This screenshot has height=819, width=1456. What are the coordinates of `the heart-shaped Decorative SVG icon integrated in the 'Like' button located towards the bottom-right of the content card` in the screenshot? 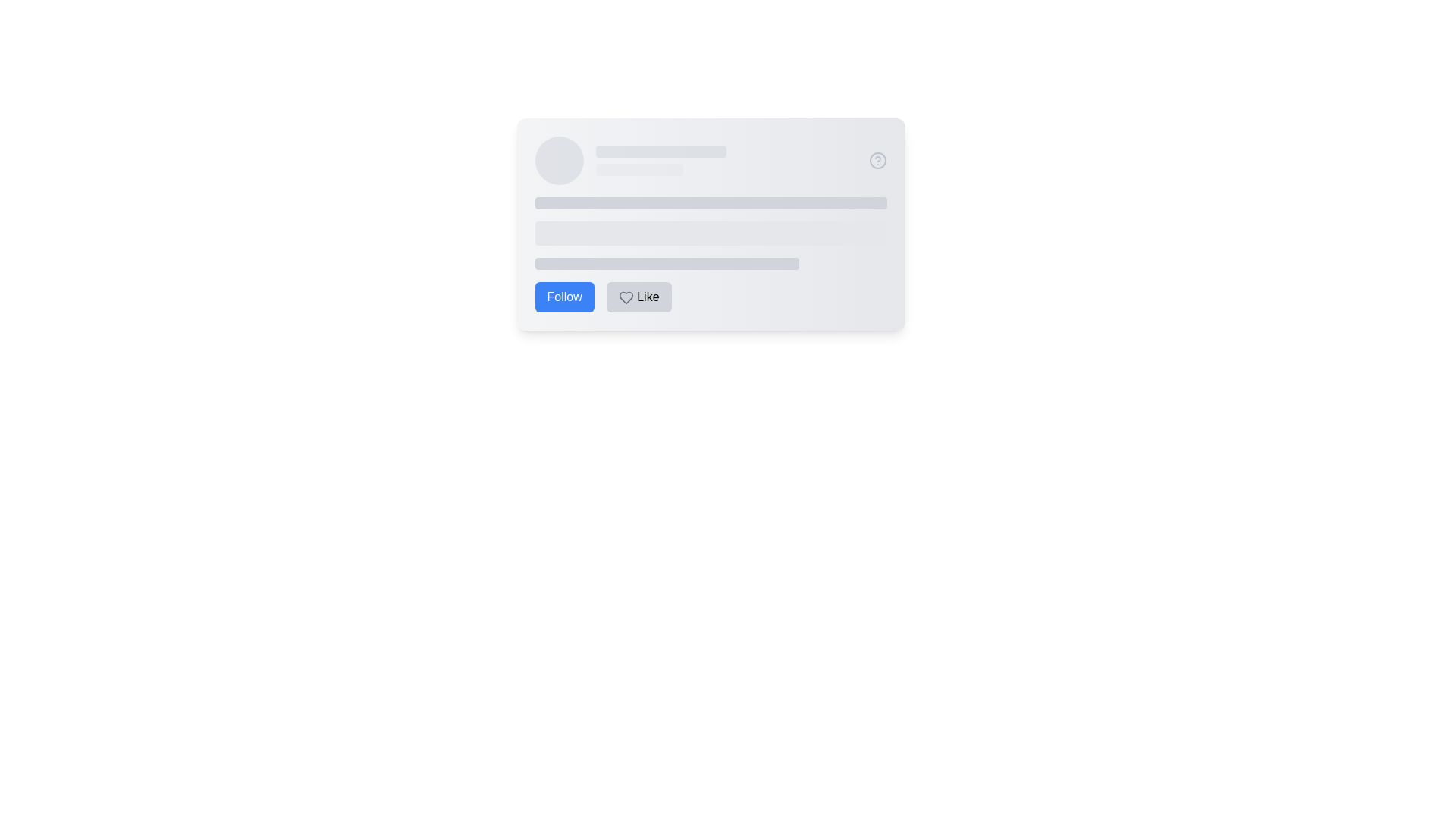 It's located at (626, 297).